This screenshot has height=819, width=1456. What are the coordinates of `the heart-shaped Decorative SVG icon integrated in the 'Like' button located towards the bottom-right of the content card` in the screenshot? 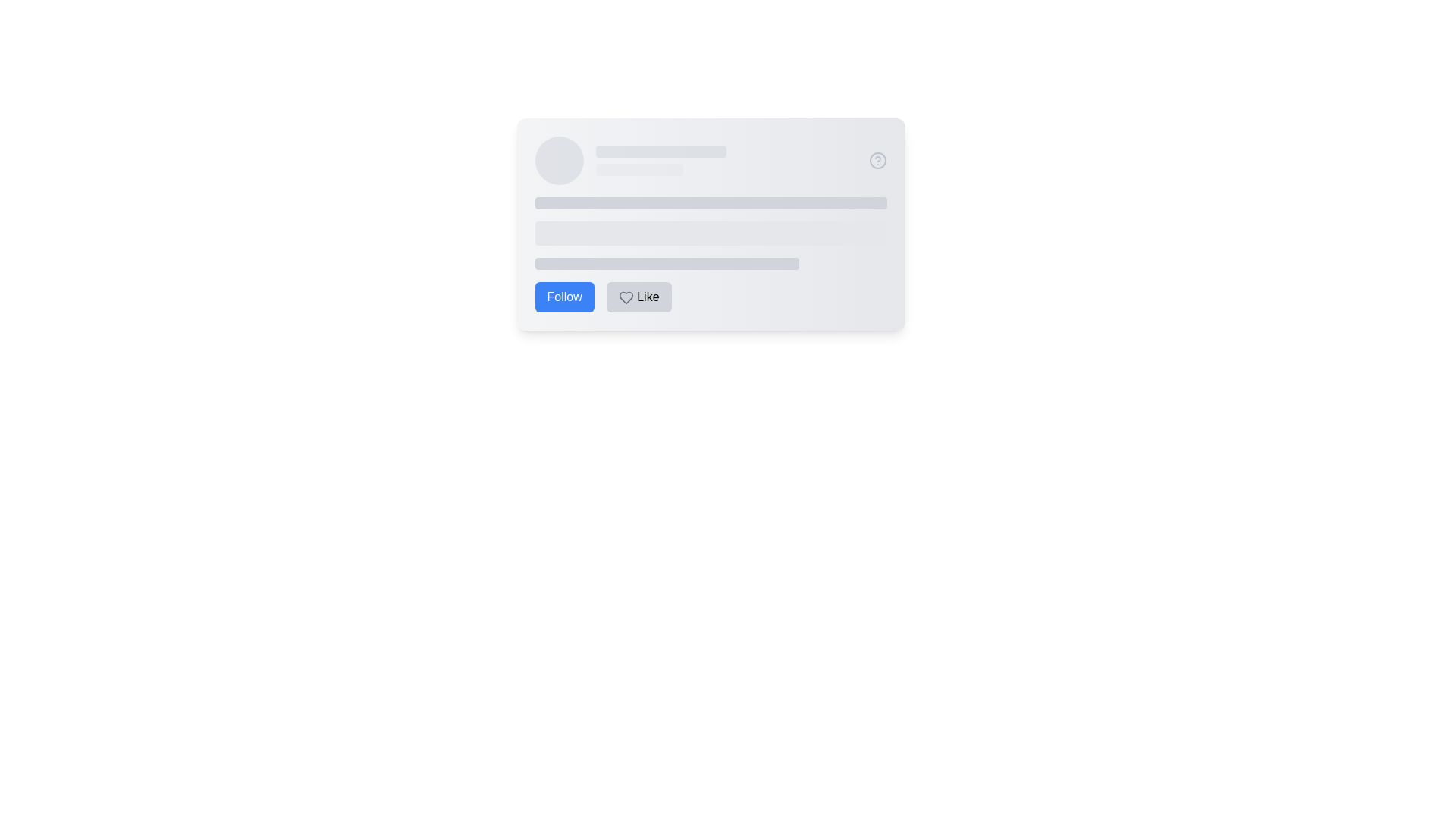 It's located at (626, 297).